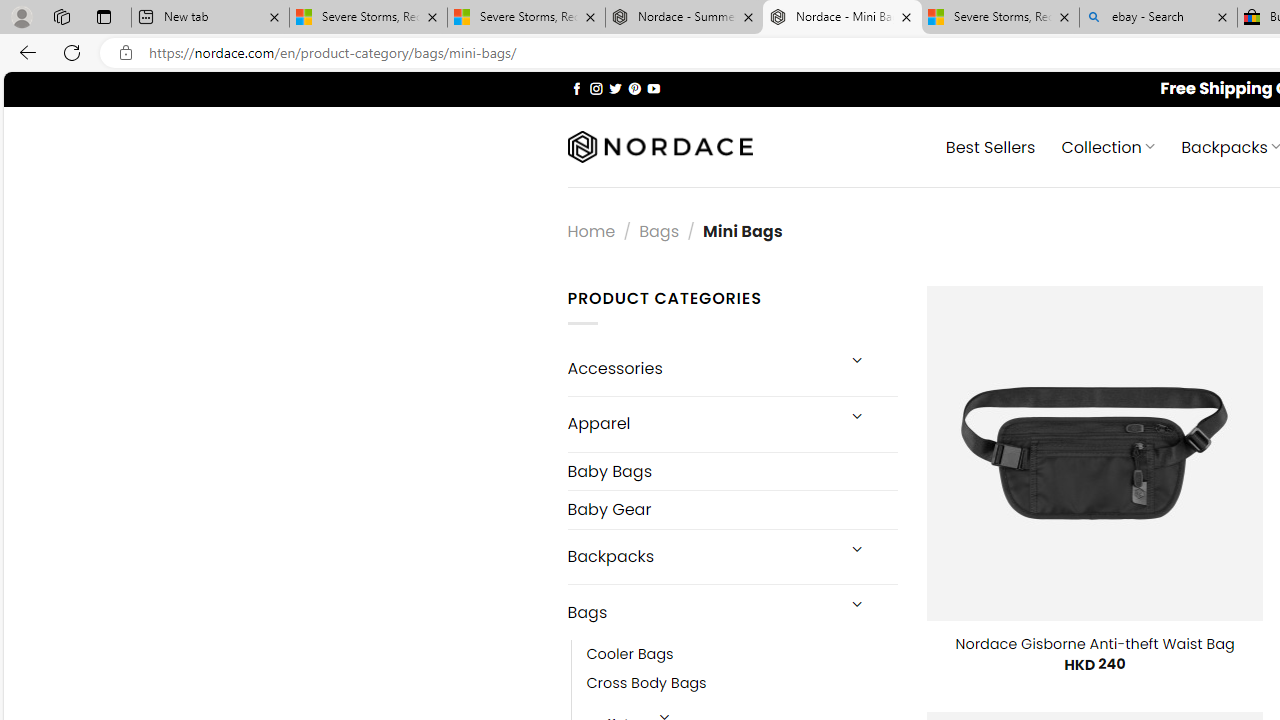  What do you see at coordinates (741, 655) in the screenshot?
I see `'Cooler Bags'` at bounding box center [741, 655].